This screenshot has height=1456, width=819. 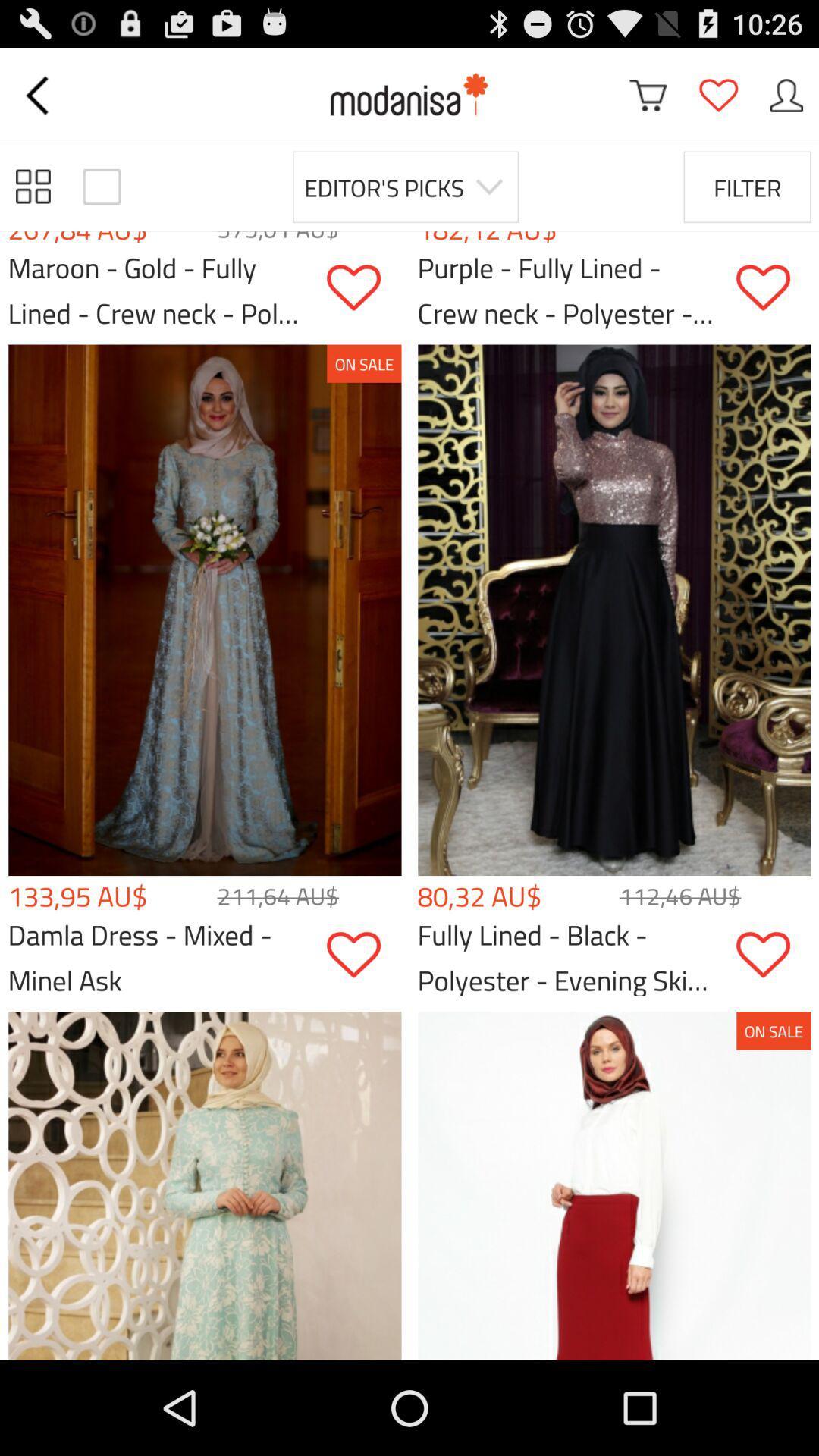 I want to click on modanisa, so click(x=409, y=94).